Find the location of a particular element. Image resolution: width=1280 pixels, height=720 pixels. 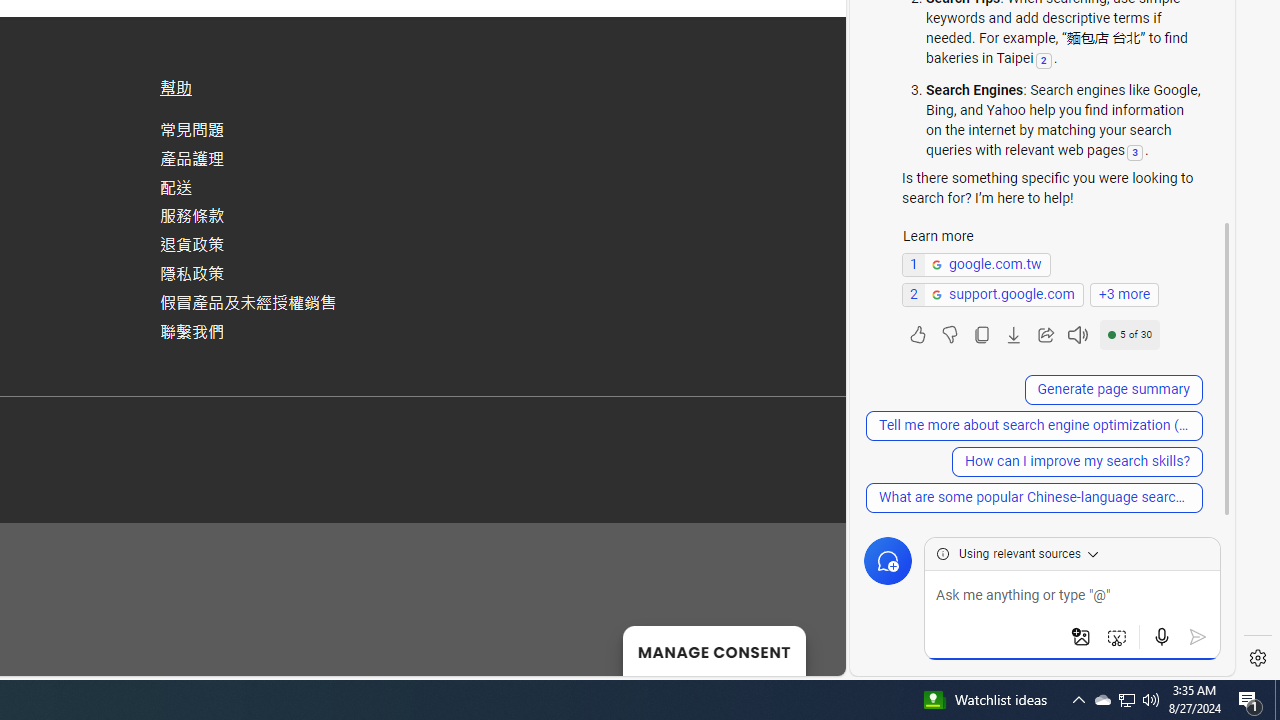

'MANAGE CONSENT' is located at coordinates (714, 650).